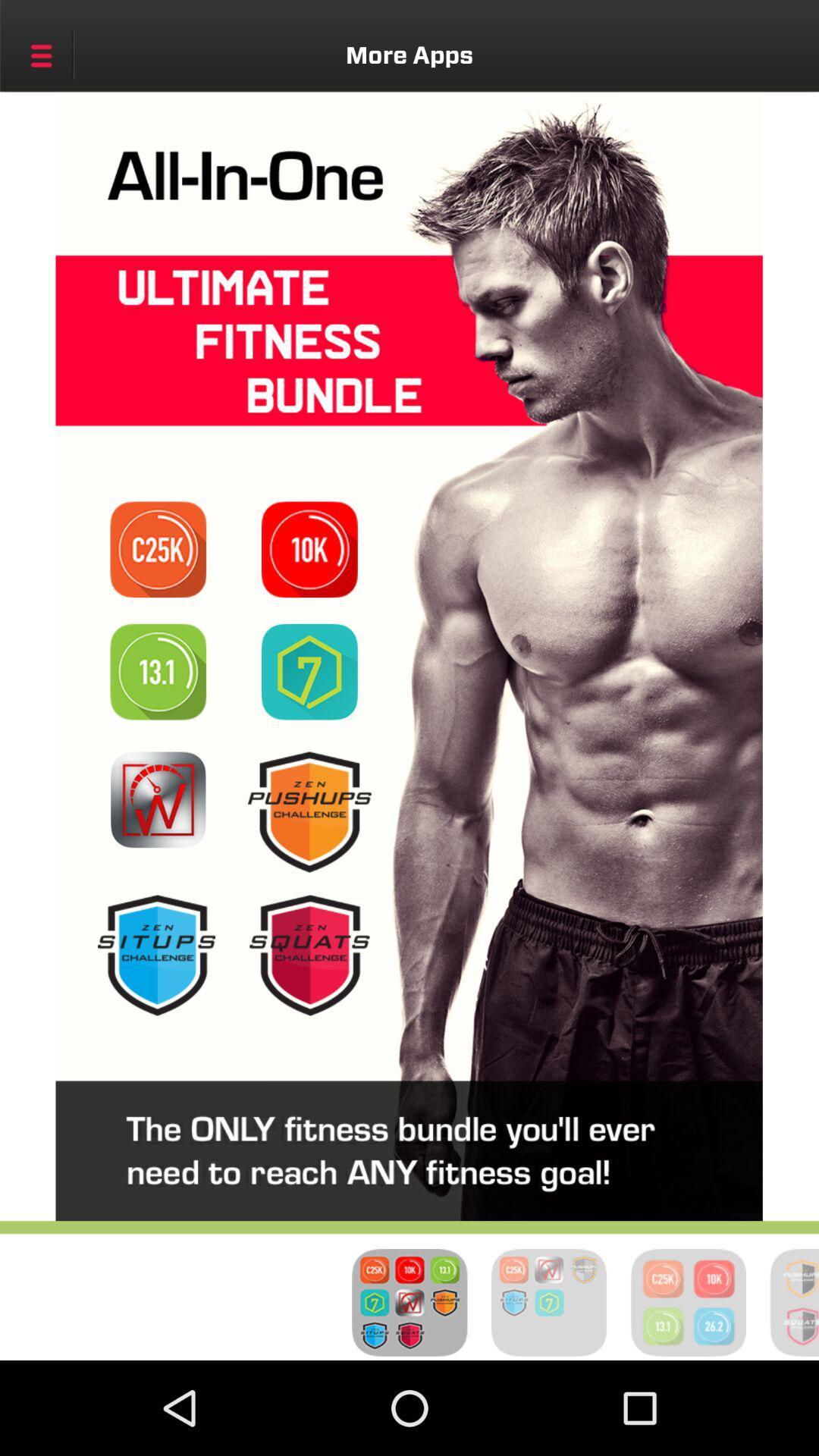 This screenshot has width=819, height=1456. What do you see at coordinates (309, 671) in the screenshot?
I see `bundle` at bounding box center [309, 671].